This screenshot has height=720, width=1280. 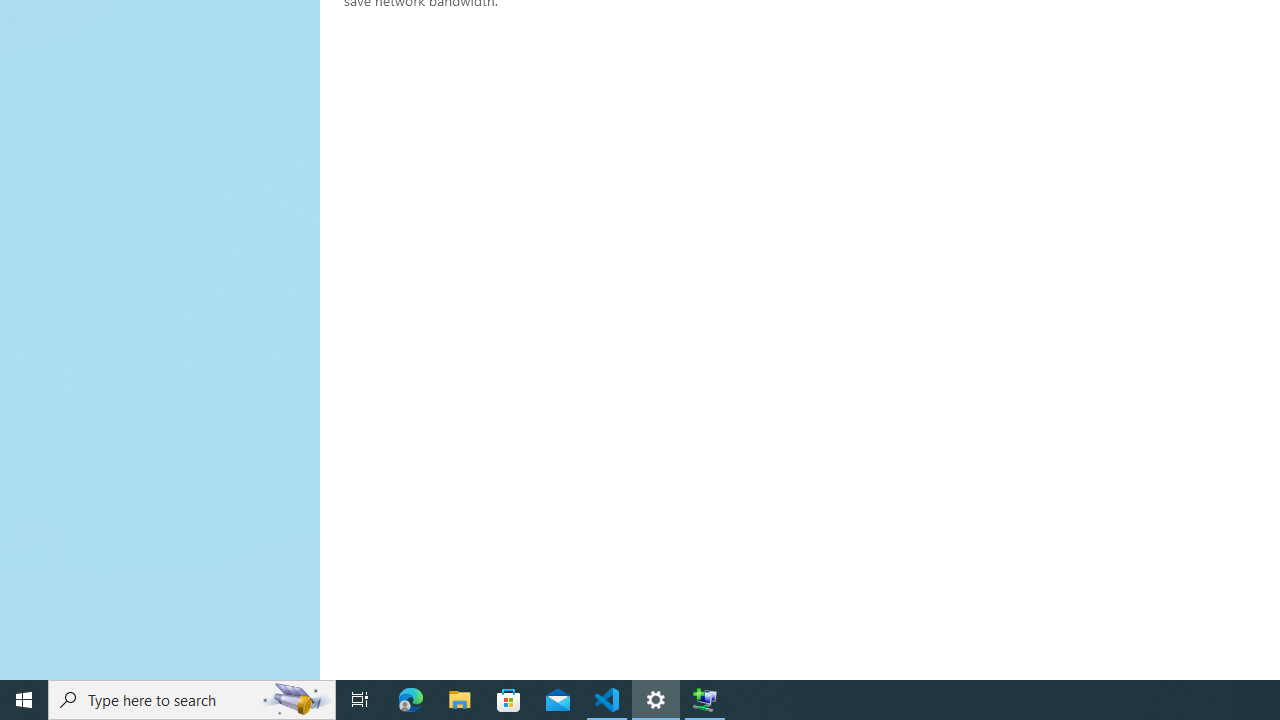 I want to click on 'Extensible Wizards Host Process - 1 running window', so click(x=705, y=698).